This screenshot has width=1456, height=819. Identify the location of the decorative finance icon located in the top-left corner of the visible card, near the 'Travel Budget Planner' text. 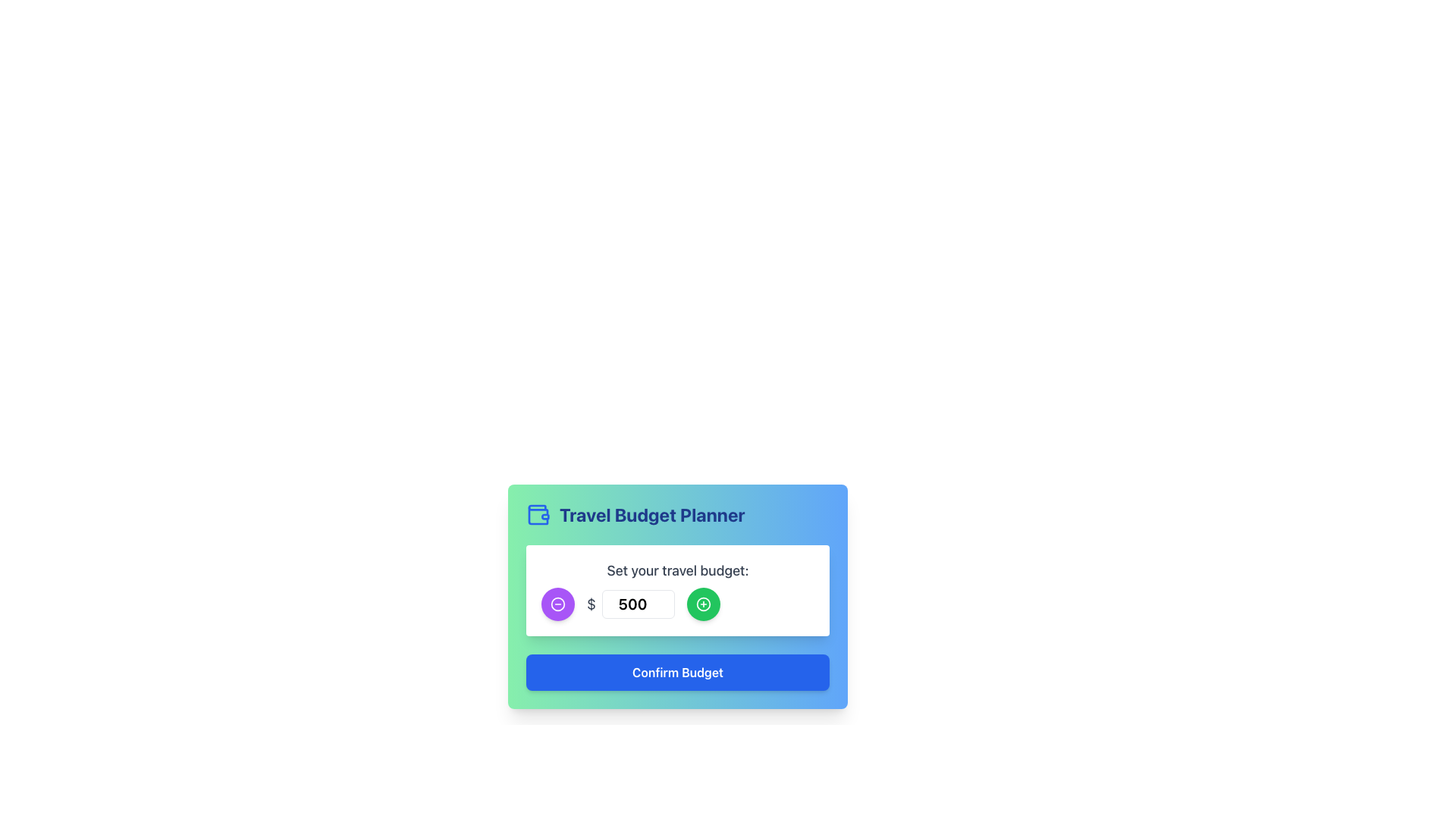
(538, 512).